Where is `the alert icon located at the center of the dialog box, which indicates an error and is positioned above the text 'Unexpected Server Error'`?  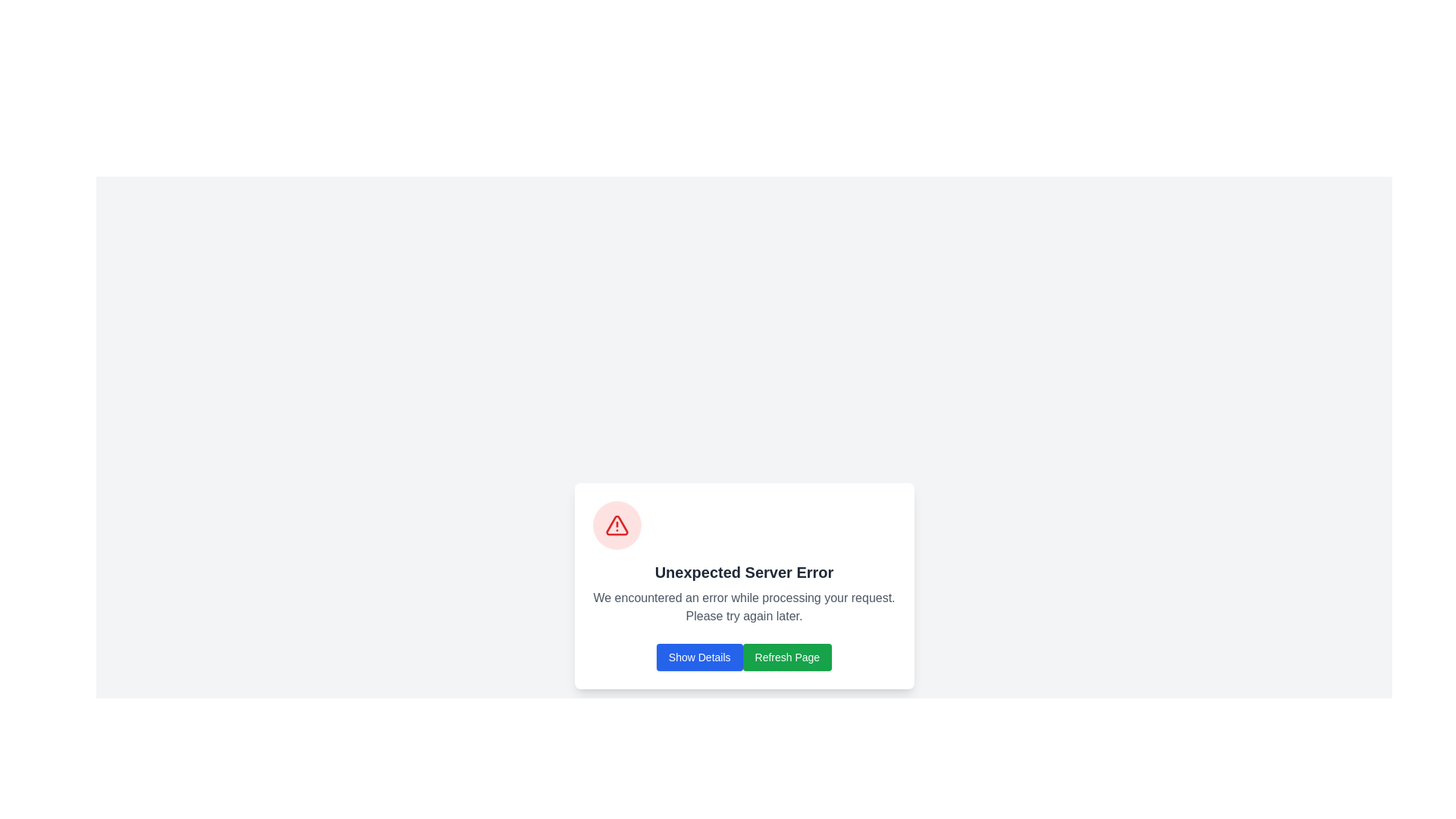 the alert icon located at the center of the dialog box, which indicates an error and is positioned above the text 'Unexpected Server Error' is located at coordinates (617, 525).